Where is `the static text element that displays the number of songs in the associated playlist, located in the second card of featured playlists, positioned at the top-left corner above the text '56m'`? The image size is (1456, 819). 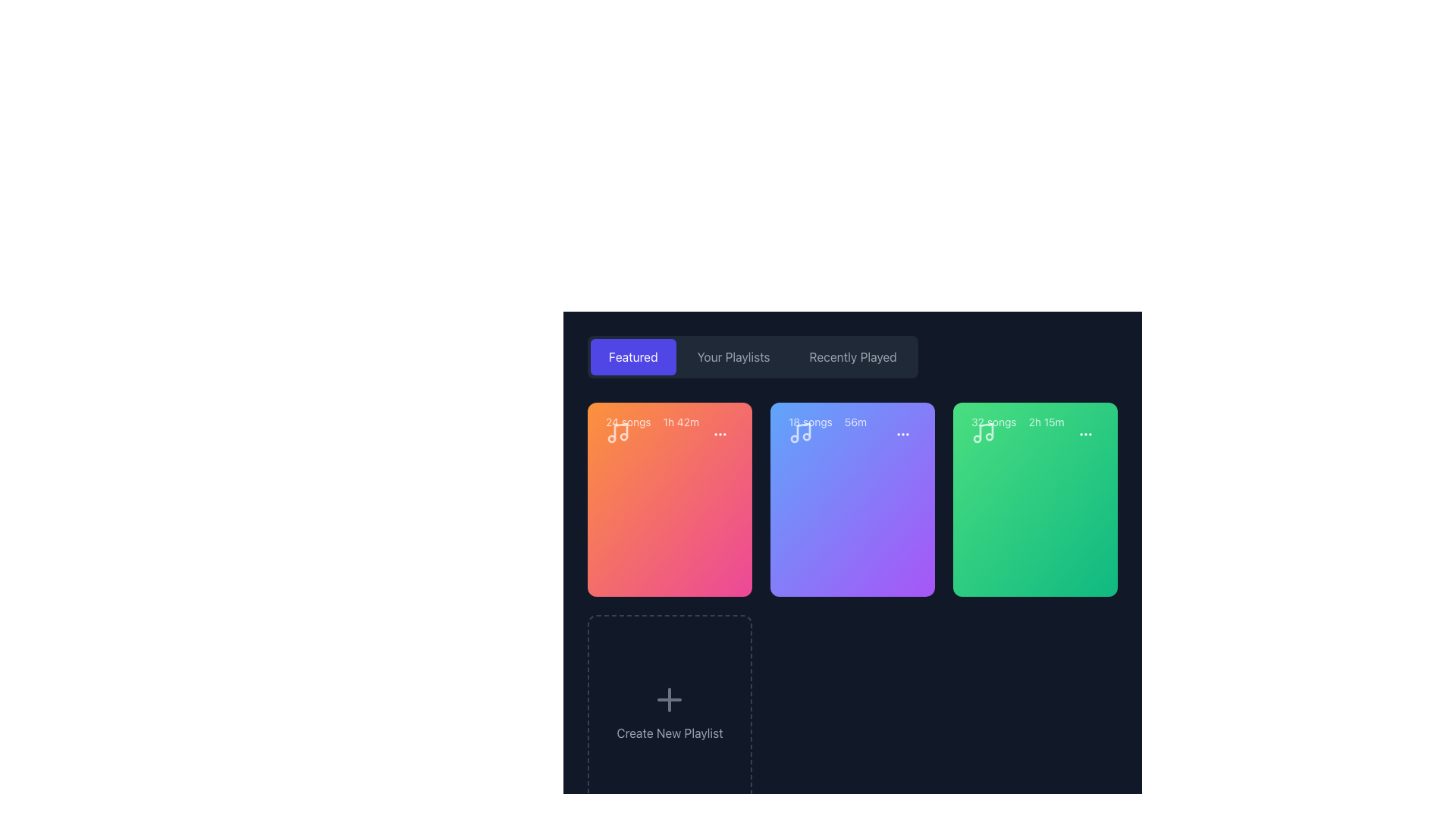
the static text element that displays the number of songs in the associated playlist, located in the second card of featured playlists, positioned at the top-left corner above the text '56m' is located at coordinates (809, 422).